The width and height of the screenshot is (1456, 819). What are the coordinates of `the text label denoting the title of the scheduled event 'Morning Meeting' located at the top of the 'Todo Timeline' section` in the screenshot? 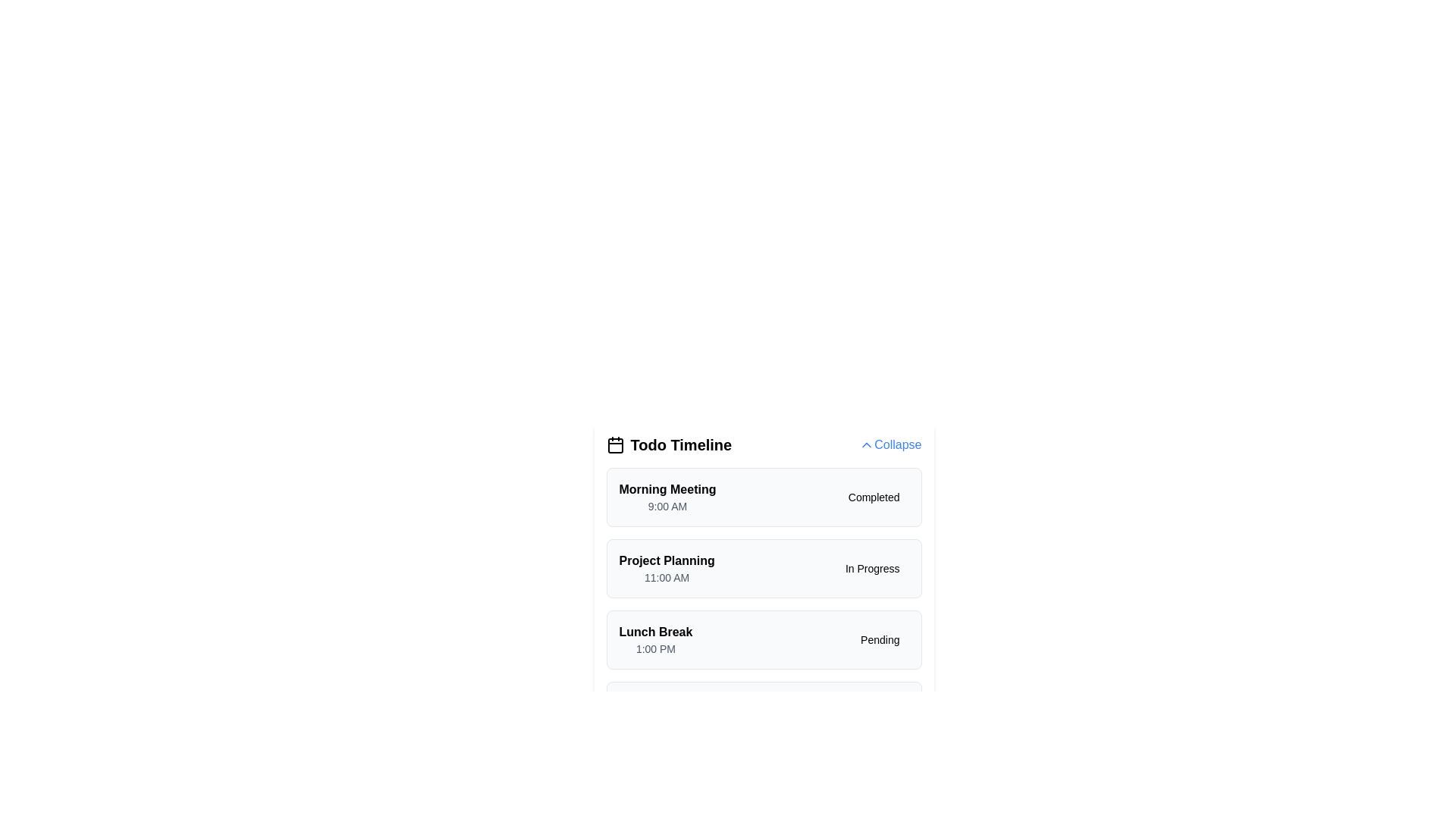 It's located at (667, 489).